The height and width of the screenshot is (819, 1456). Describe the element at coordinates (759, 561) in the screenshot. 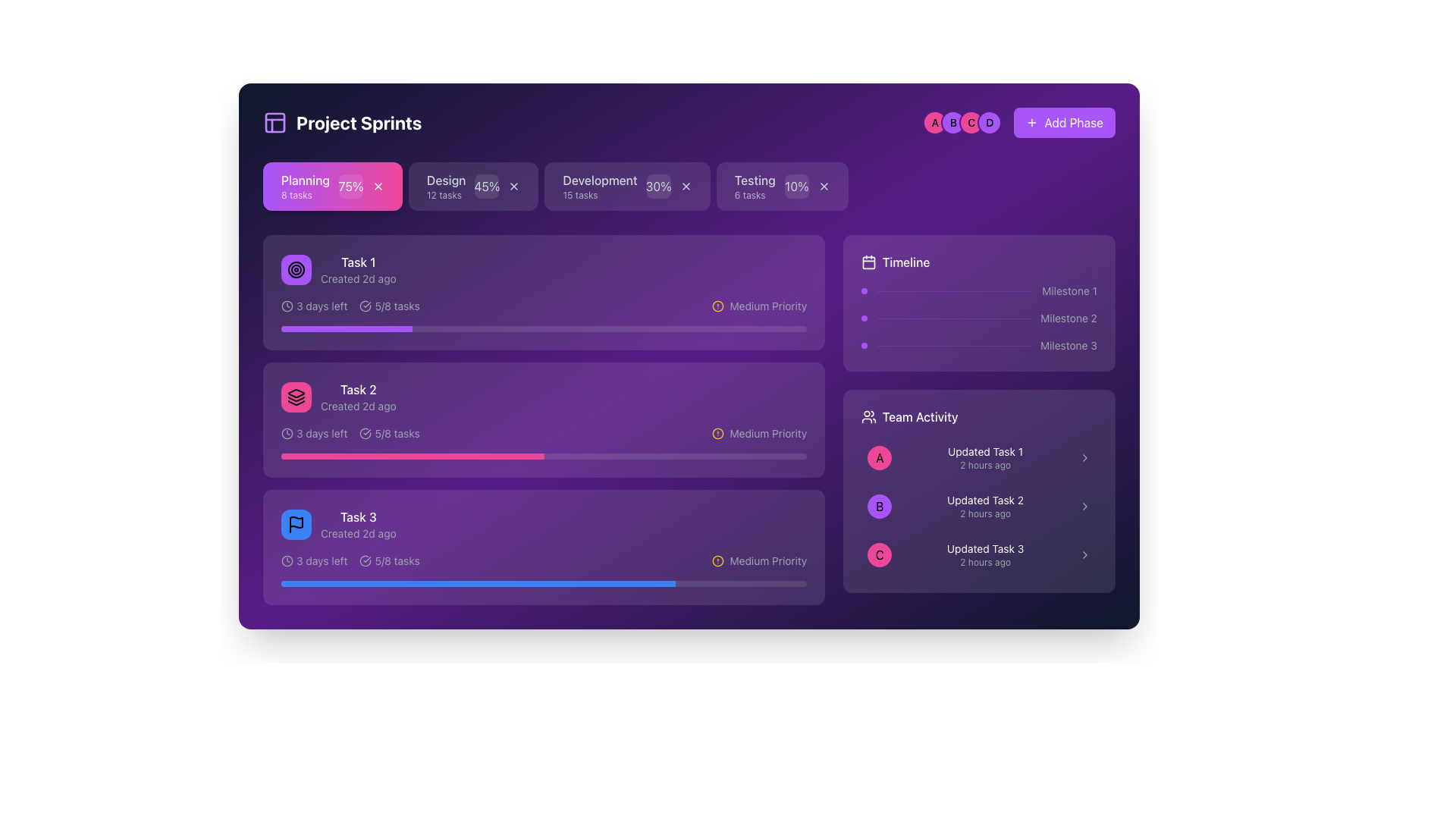

I see `the task's priority level by clicking on the 'Medium Priority' text next to the amber-colored icon with an exclamation mark` at that location.